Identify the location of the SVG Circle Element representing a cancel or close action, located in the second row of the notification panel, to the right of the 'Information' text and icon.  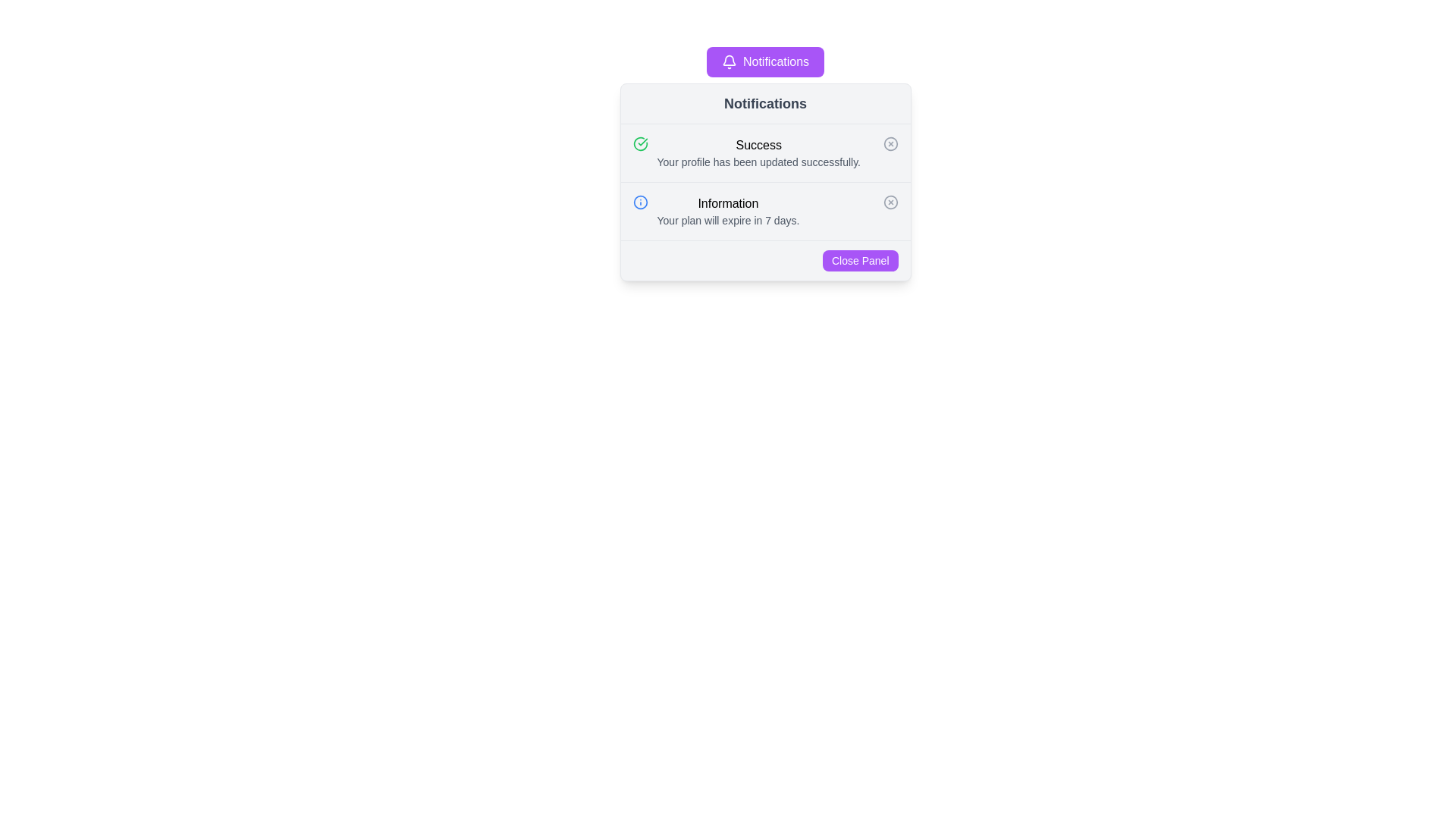
(890, 201).